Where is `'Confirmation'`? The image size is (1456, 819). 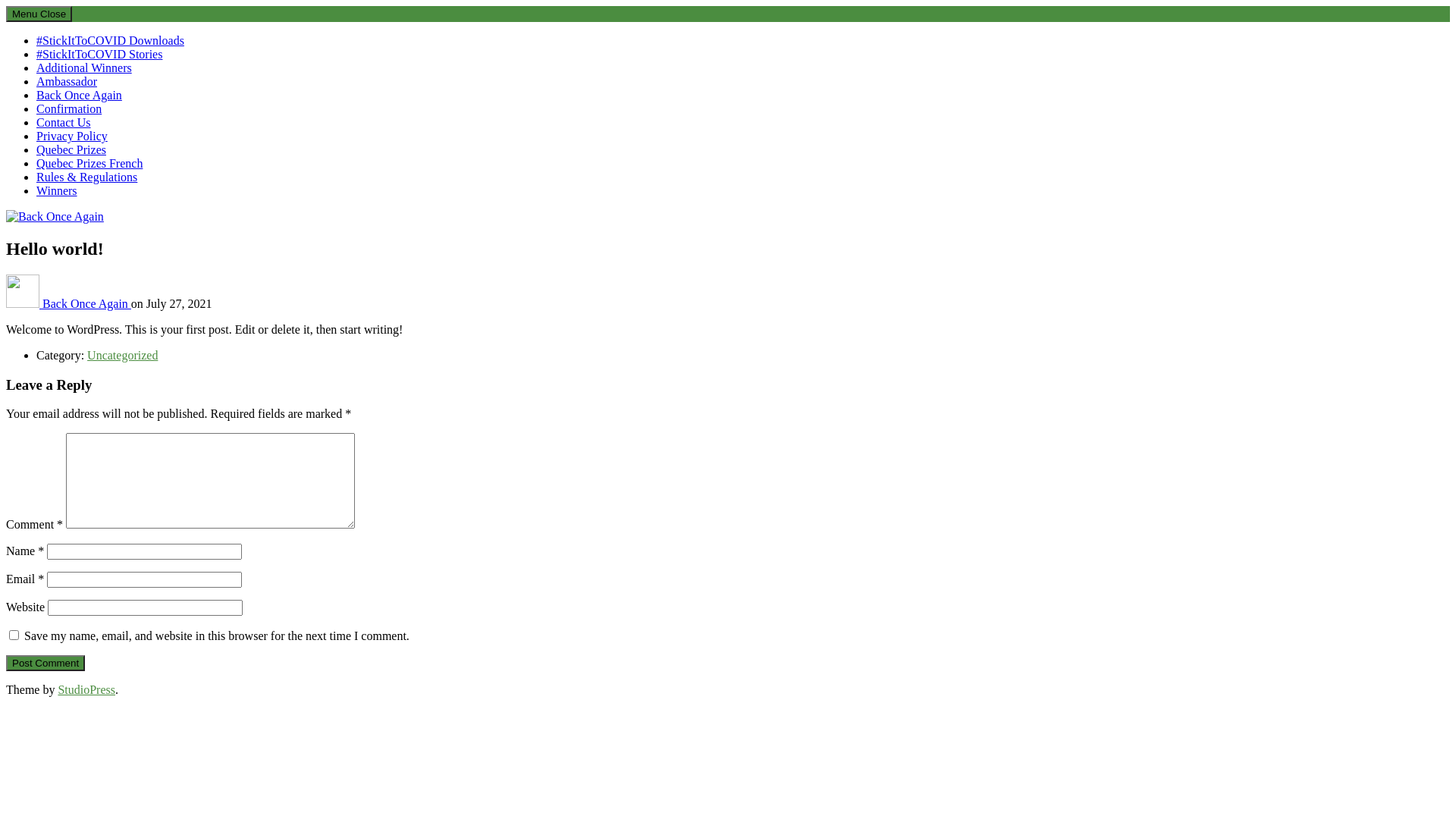 'Confirmation' is located at coordinates (36, 108).